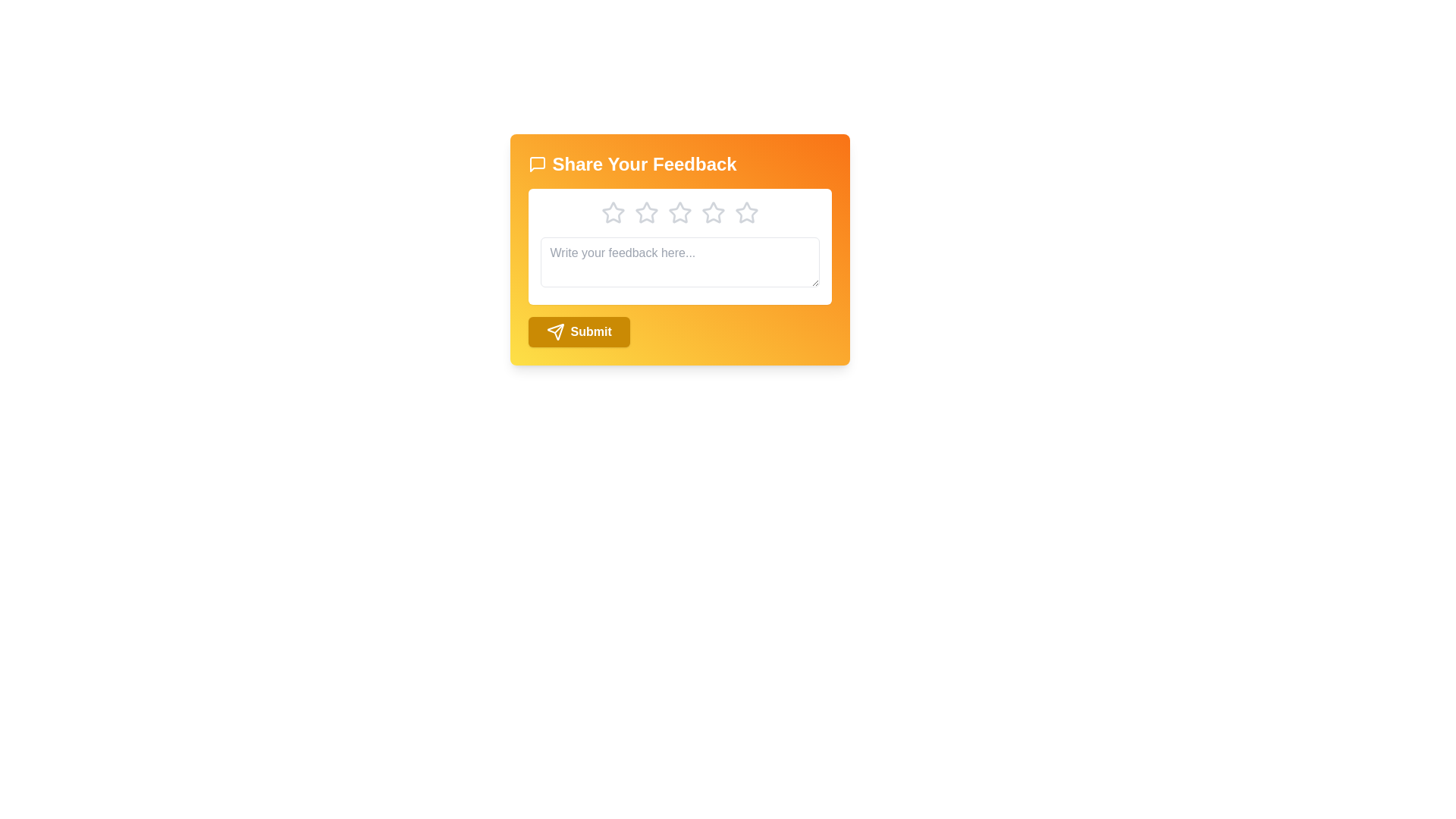 The width and height of the screenshot is (1456, 819). I want to click on the first rating star icon located near the top center of the 'Share Your Feedback' panel, so click(613, 212).